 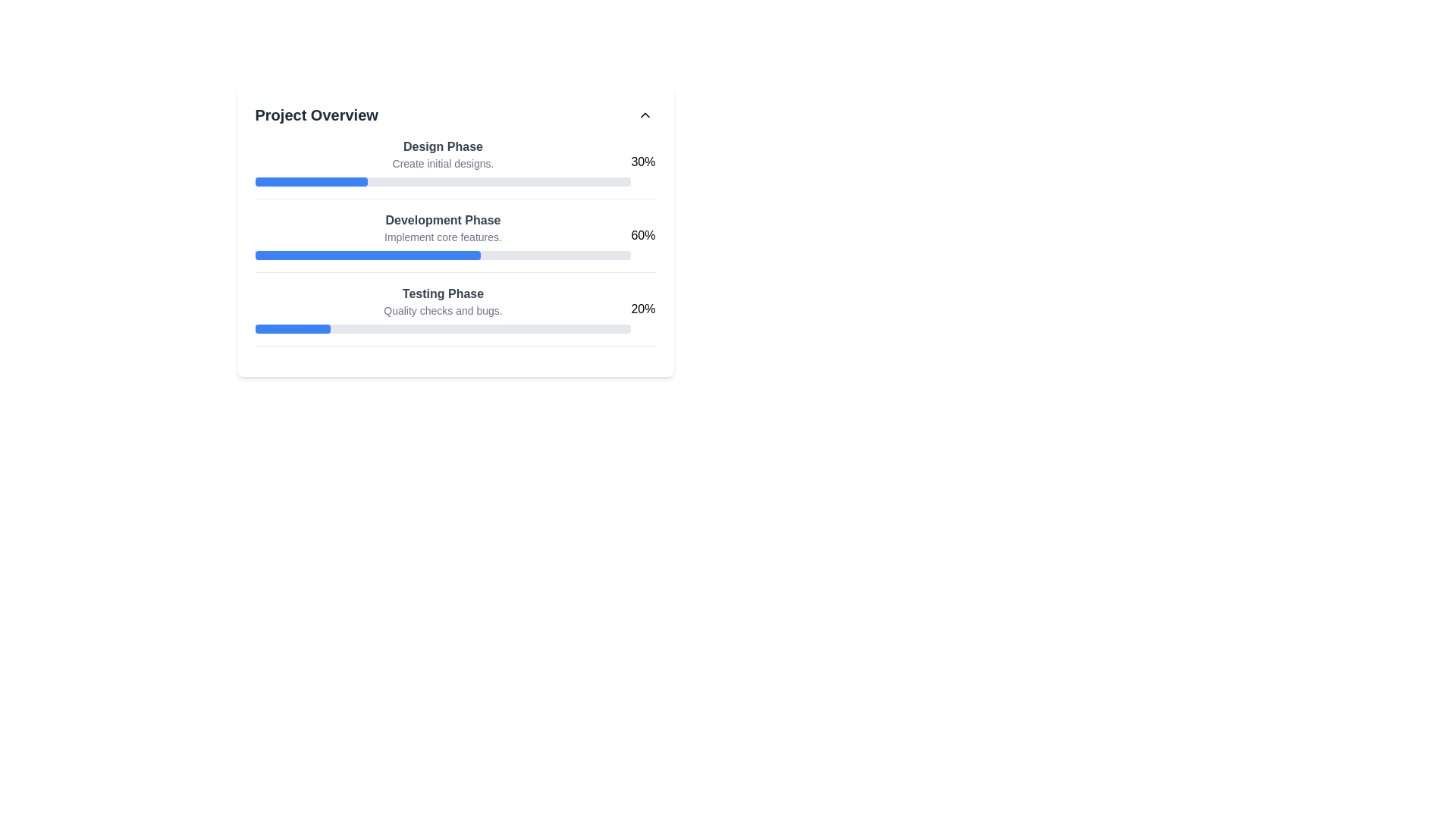 What do you see at coordinates (442, 220) in the screenshot?
I see `the Text Label that indicates the phase of the project, located in the second row under 'Project Overview', above the text 'Implement core features.' and aligned with a blue progress bar showing '60%'` at bounding box center [442, 220].